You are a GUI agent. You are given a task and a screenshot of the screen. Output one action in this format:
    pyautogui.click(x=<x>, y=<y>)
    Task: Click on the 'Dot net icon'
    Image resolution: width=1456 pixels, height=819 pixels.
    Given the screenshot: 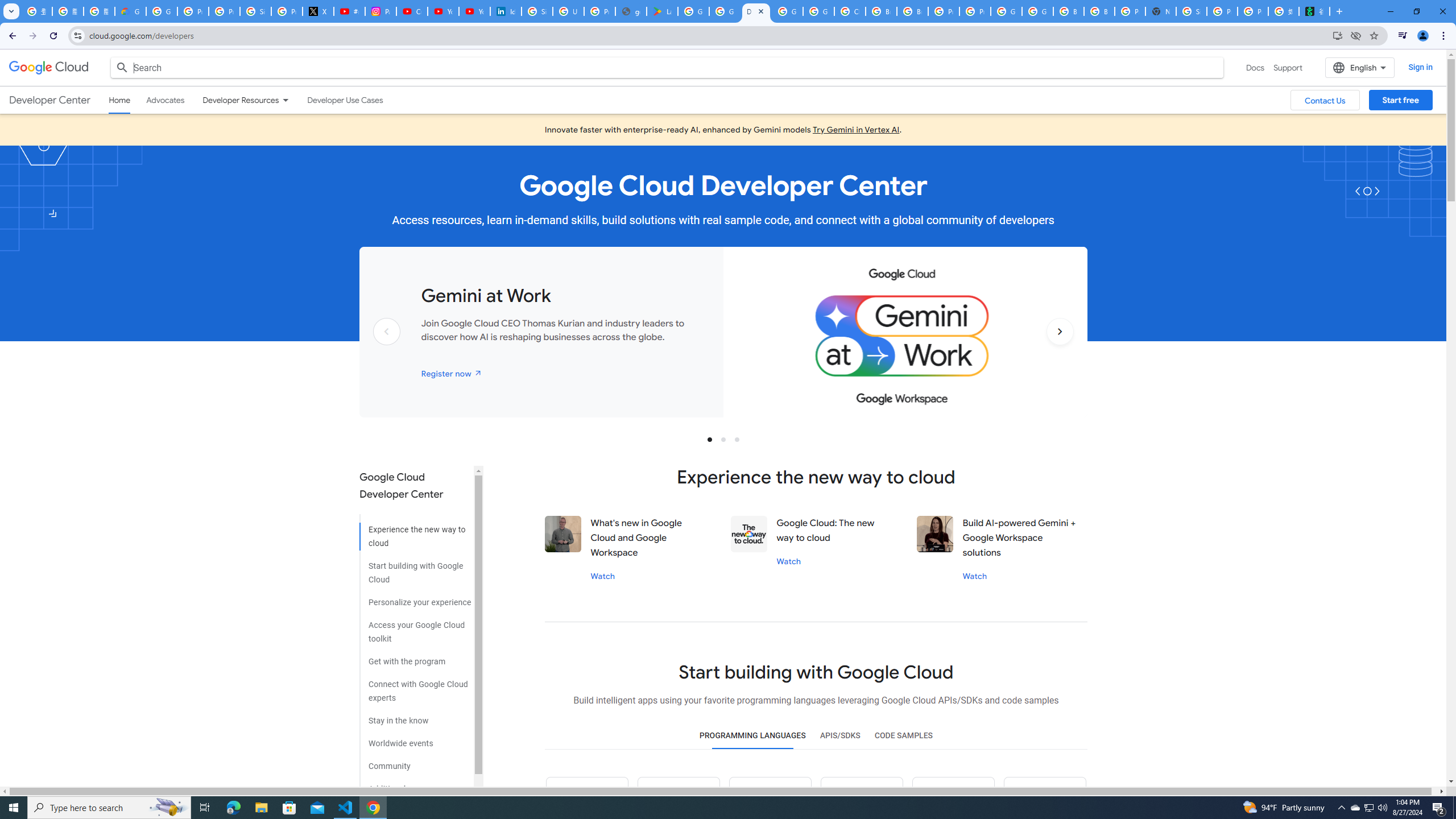 What is the action you would take?
    pyautogui.click(x=953, y=797)
    